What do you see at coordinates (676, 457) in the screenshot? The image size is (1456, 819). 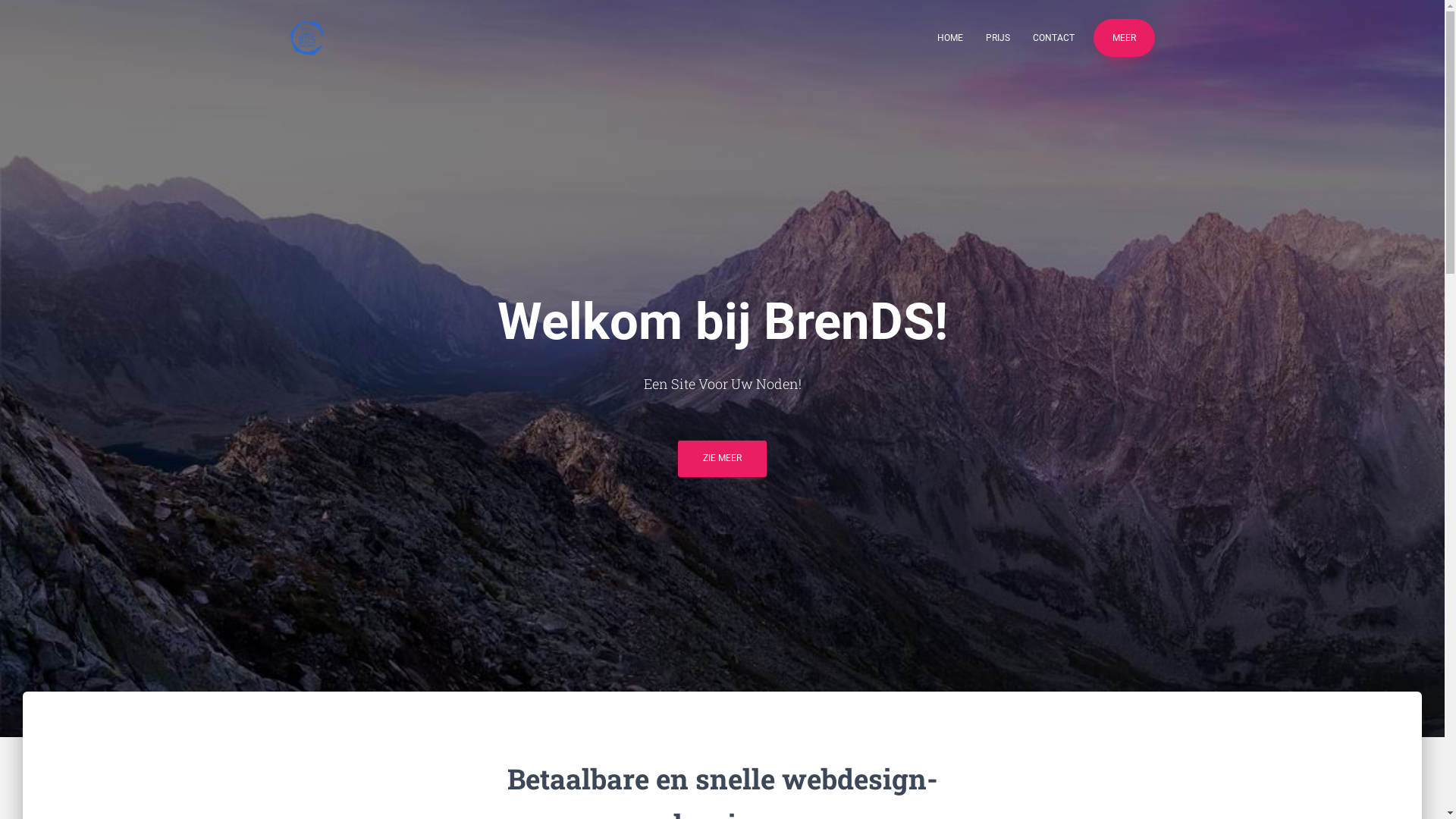 I see `'ZIE MEER'` at bounding box center [676, 457].